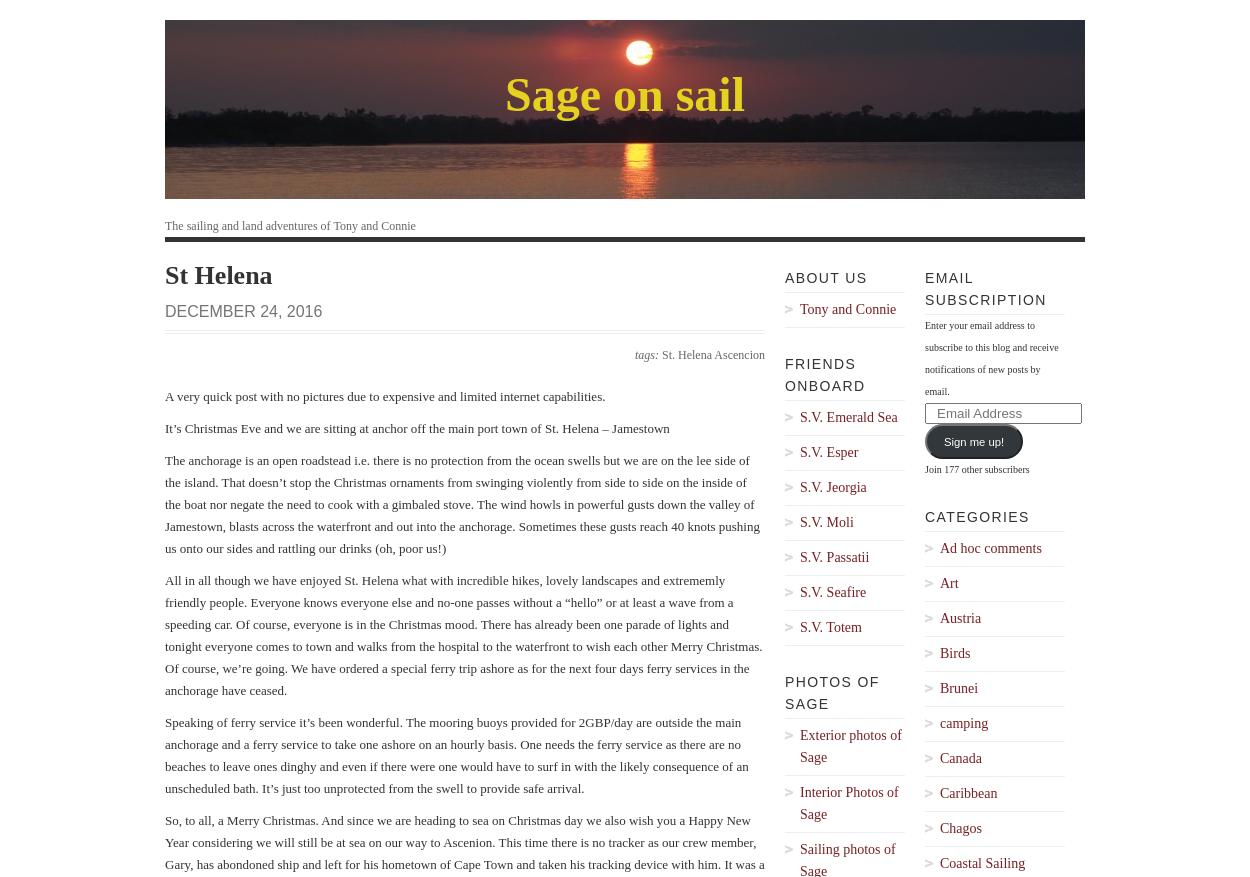  I want to click on 'The sailing and land adventures of Tony and Connie', so click(290, 225).